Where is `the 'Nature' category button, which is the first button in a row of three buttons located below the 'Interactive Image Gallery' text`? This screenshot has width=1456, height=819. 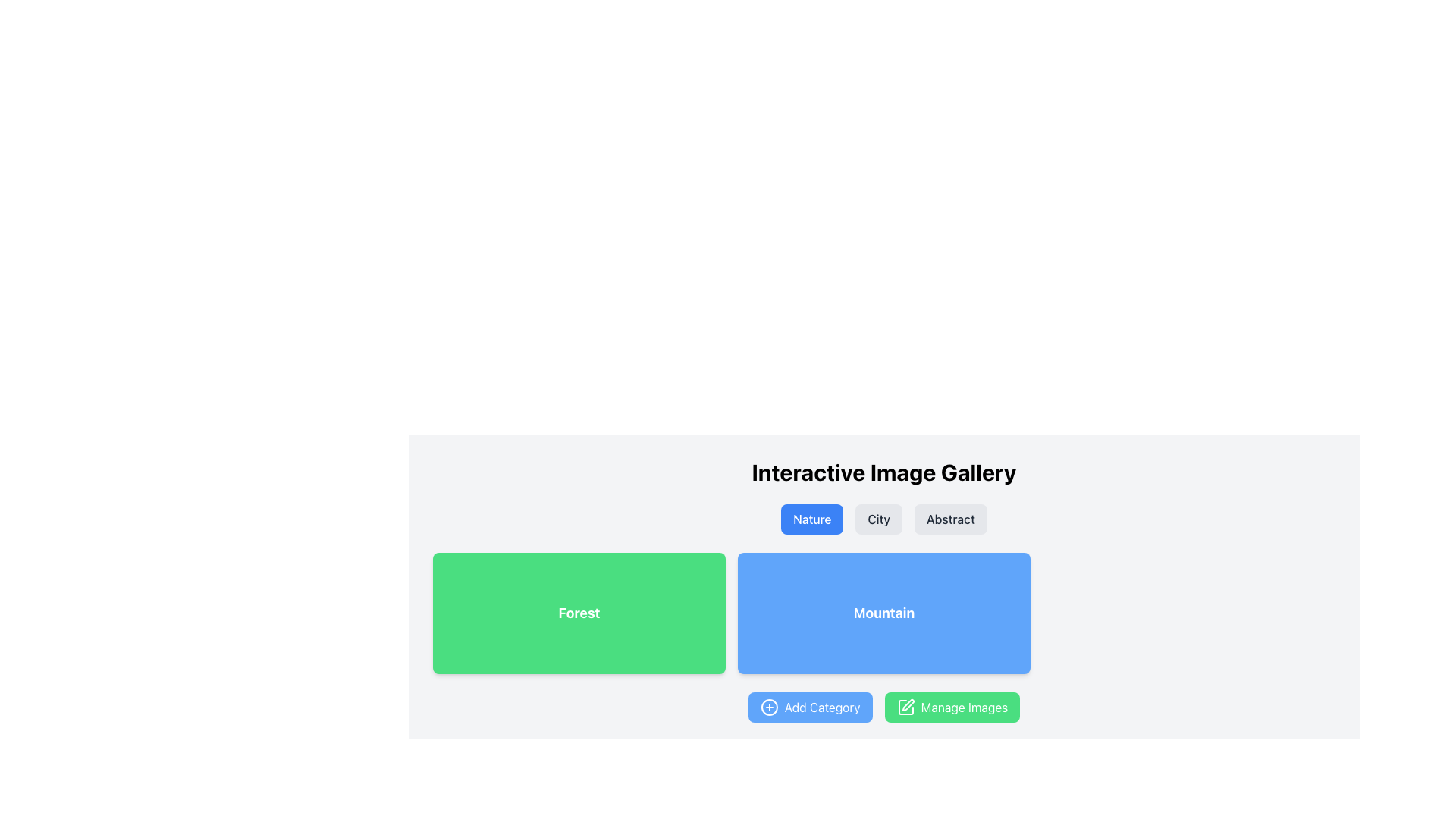 the 'Nature' category button, which is the first button in a row of three buttons located below the 'Interactive Image Gallery' text is located at coordinates (811, 519).